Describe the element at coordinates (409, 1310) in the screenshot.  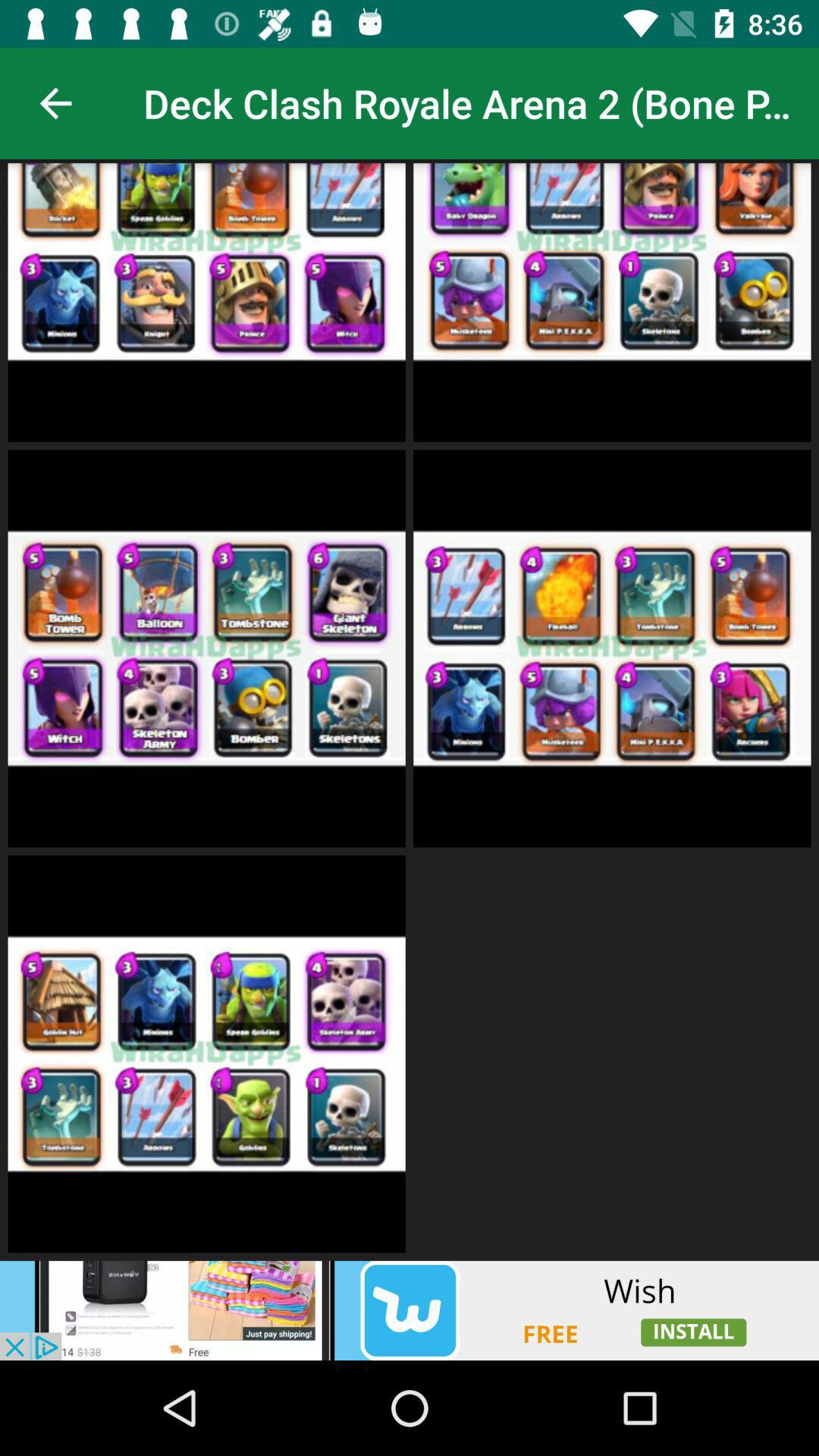
I see `advertisement` at that location.